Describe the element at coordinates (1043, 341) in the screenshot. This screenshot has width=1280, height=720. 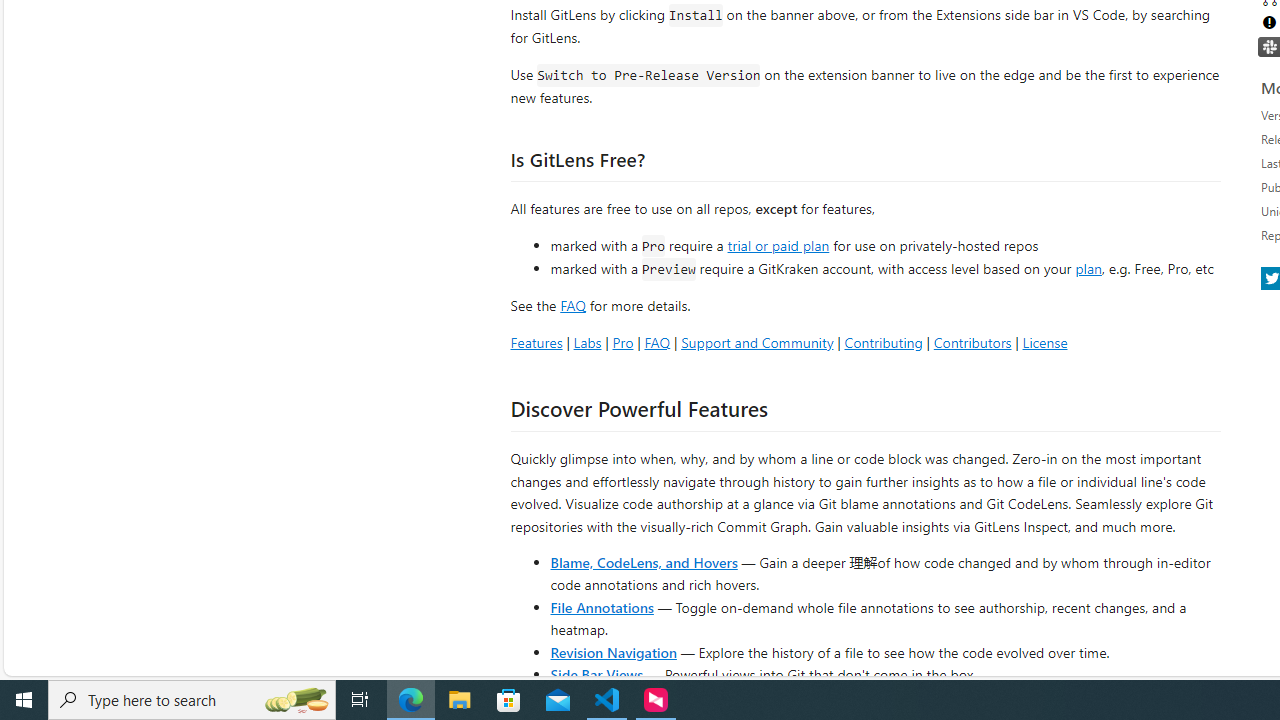
I see `'License'` at that location.